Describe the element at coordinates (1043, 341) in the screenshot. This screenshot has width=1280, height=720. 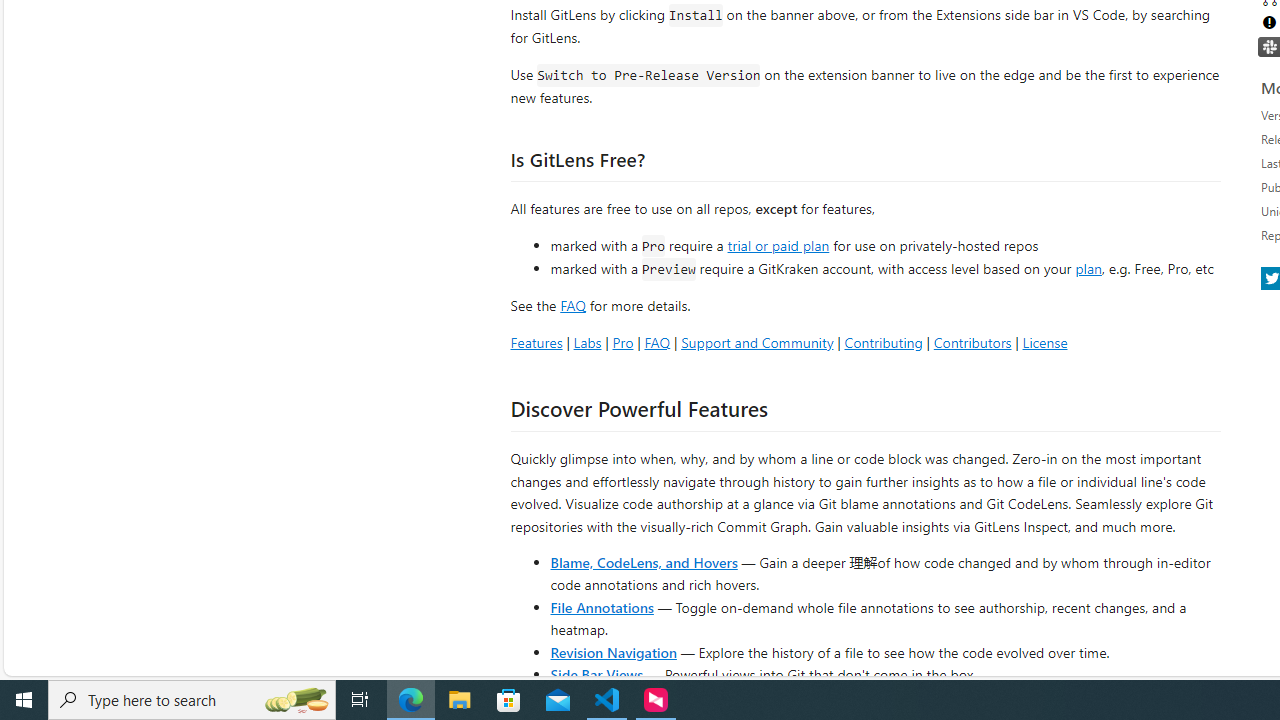
I see `'License'` at that location.